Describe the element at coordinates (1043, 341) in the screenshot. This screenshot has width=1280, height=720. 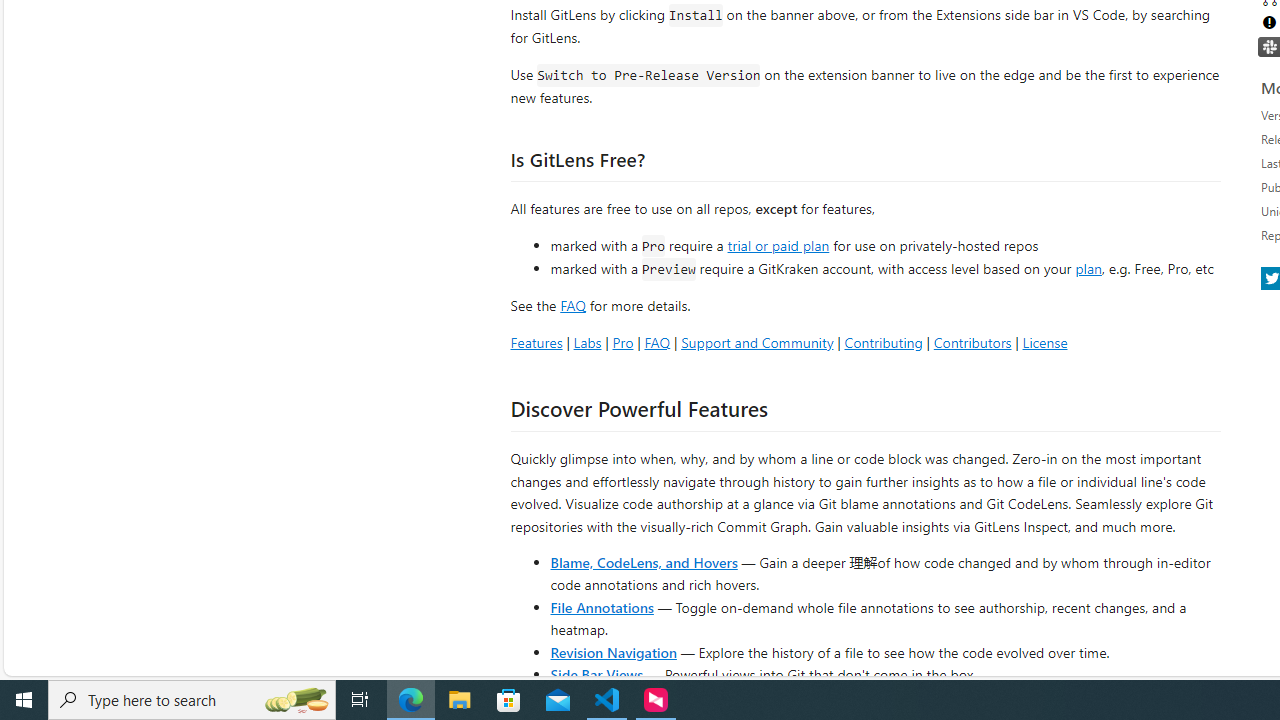
I see `'License'` at that location.